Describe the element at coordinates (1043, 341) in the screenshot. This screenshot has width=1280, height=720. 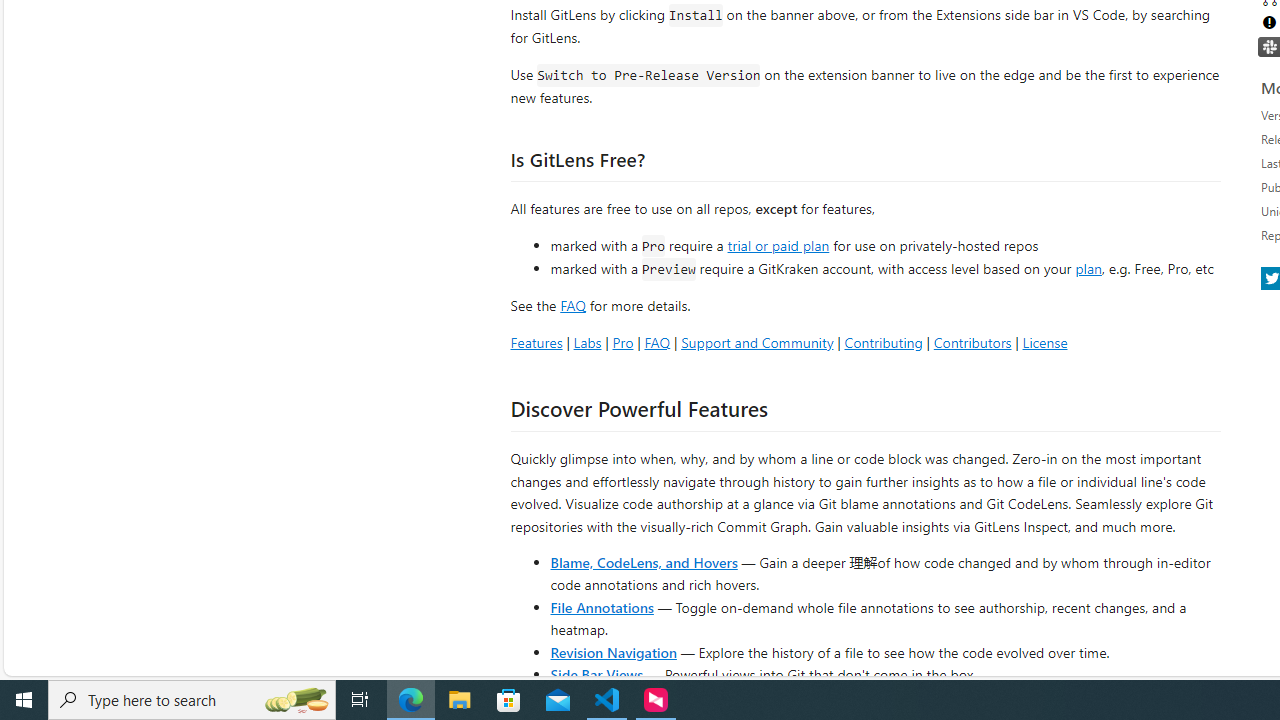
I see `'License'` at that location.